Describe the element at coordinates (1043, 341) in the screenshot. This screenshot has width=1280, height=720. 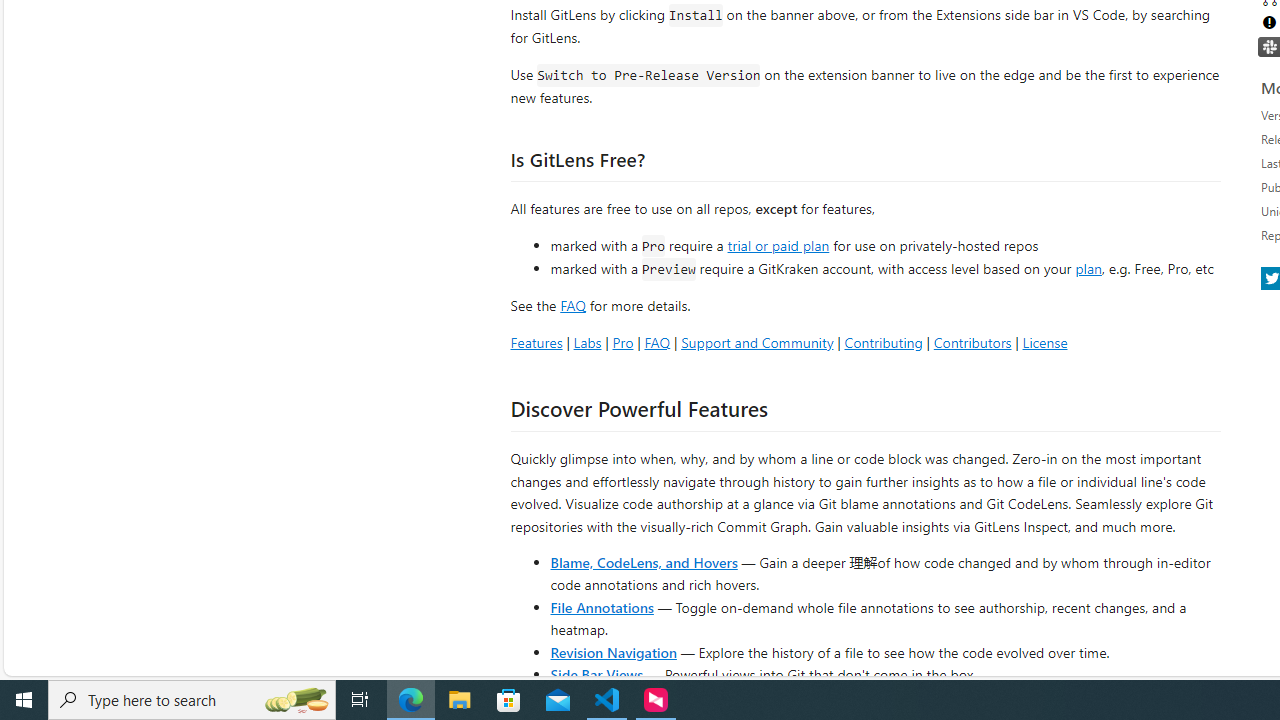
I see `'License'` at that location.